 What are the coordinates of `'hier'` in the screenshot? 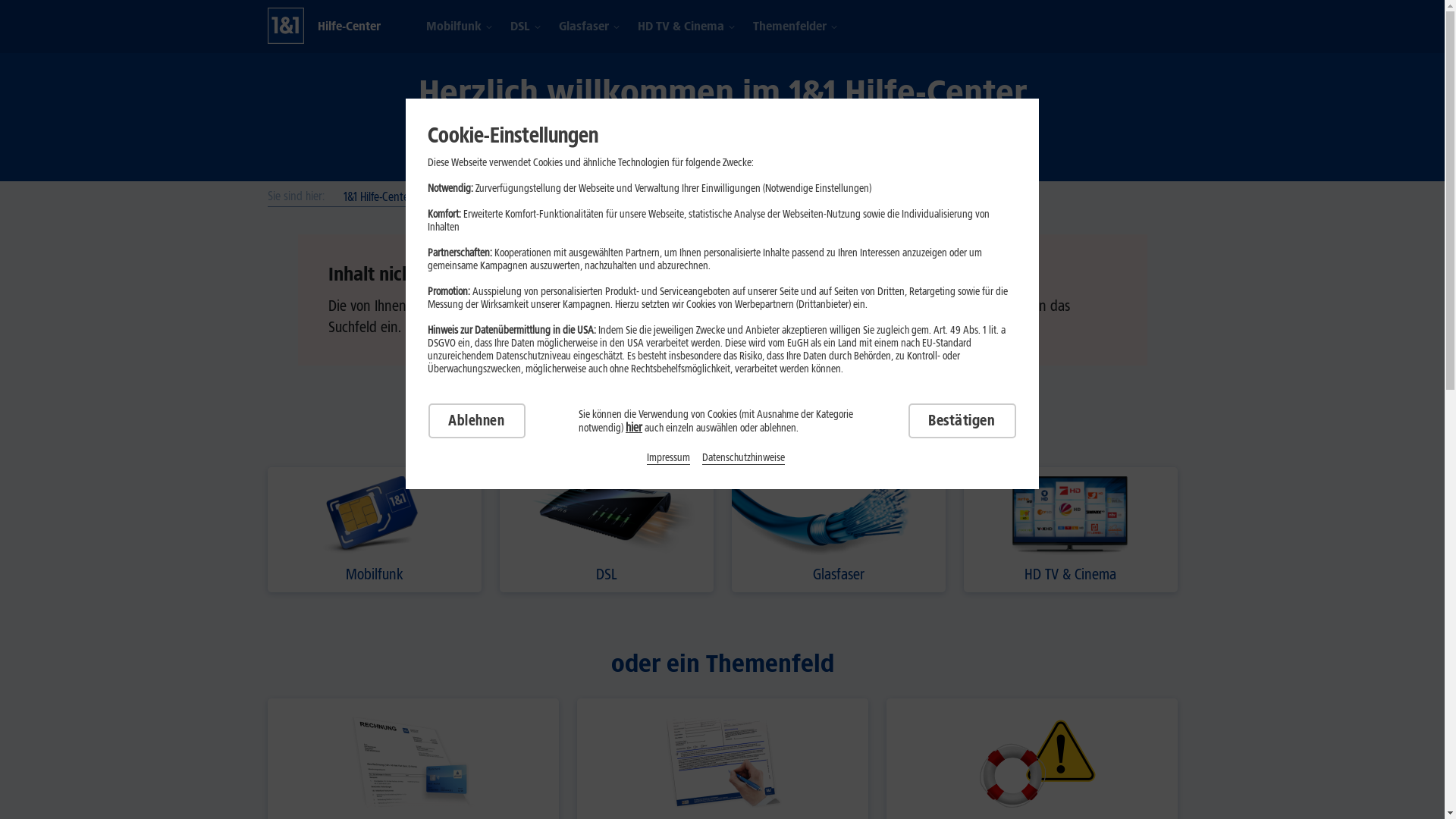 It's located at (633, 427).